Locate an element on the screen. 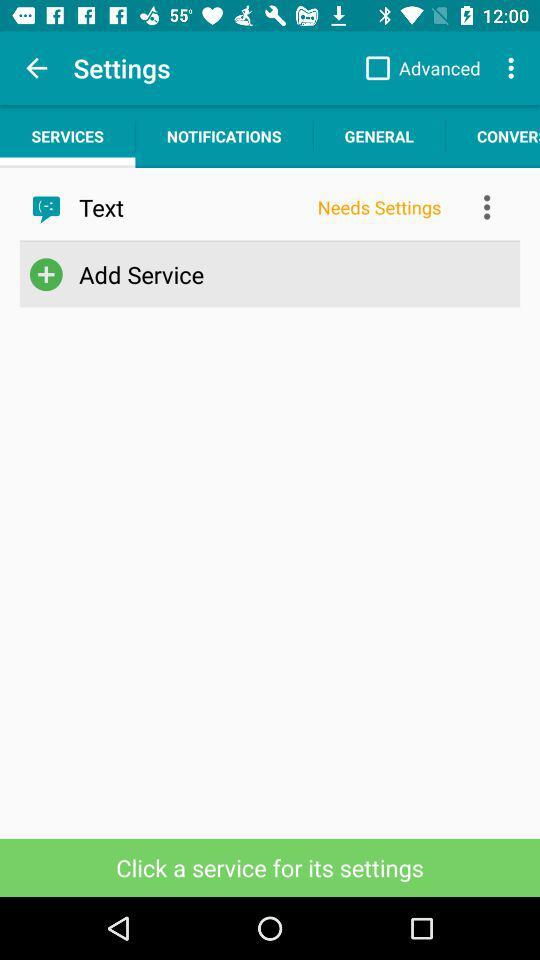  icon above the click a service app is located at coordinates (266, 273).